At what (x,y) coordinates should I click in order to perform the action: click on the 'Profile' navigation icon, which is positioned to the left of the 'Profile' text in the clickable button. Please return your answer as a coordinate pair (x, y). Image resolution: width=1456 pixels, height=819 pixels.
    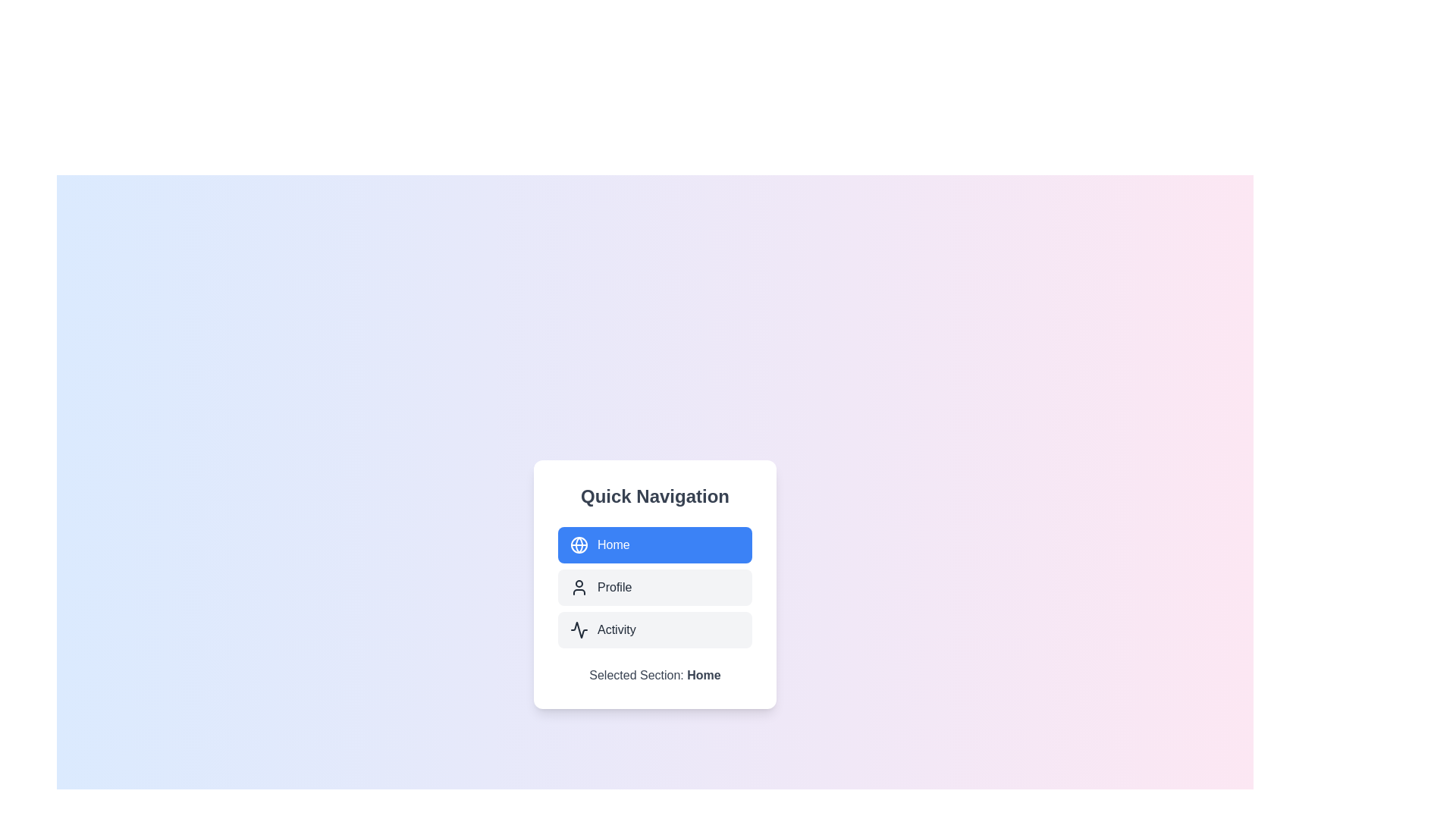
    Looking at the image, I should click on (578, 587).